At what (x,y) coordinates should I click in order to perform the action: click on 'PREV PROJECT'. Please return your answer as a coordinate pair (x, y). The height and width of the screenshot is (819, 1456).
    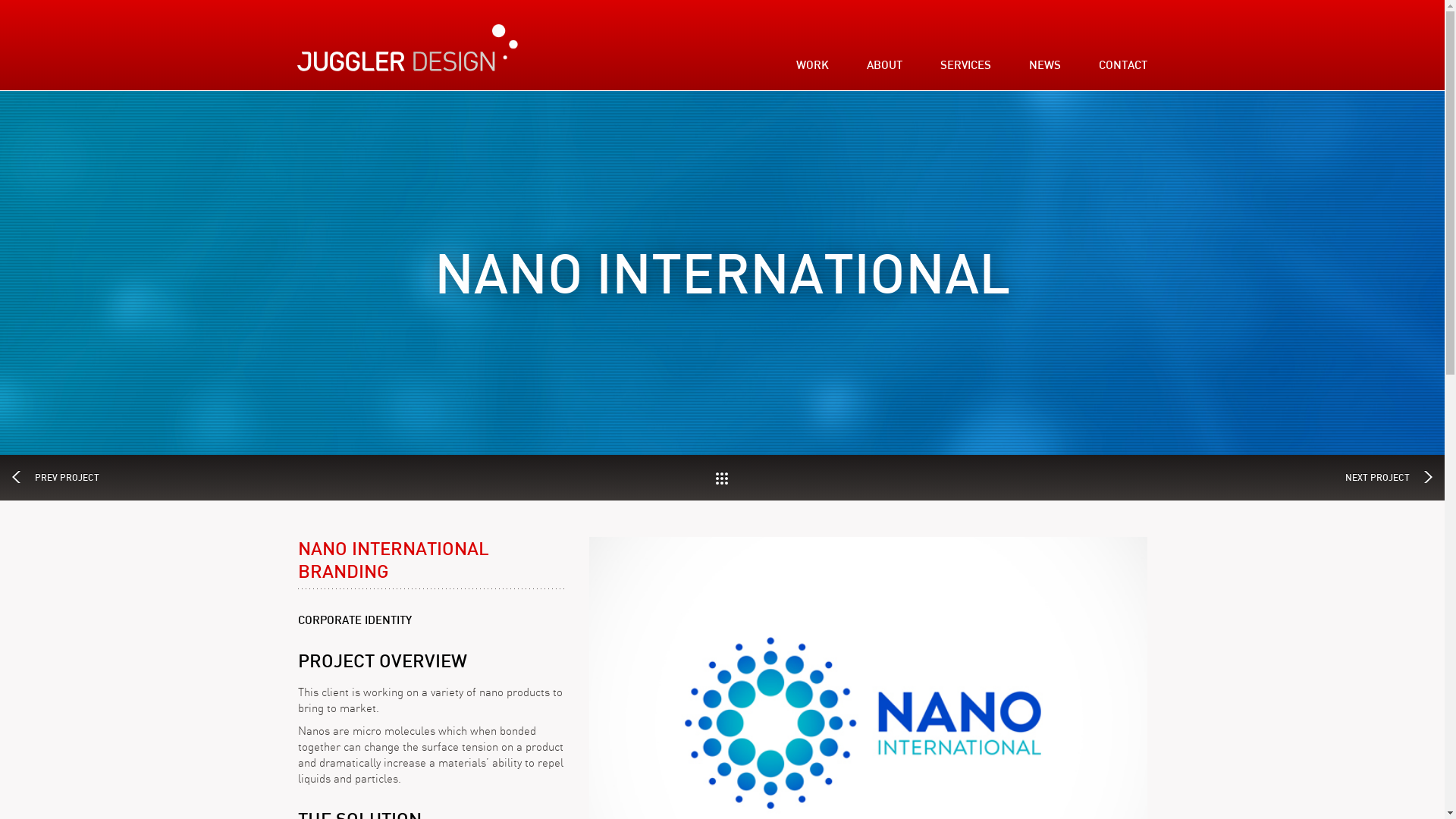
    Looking at the image, I should click on (79, 476).